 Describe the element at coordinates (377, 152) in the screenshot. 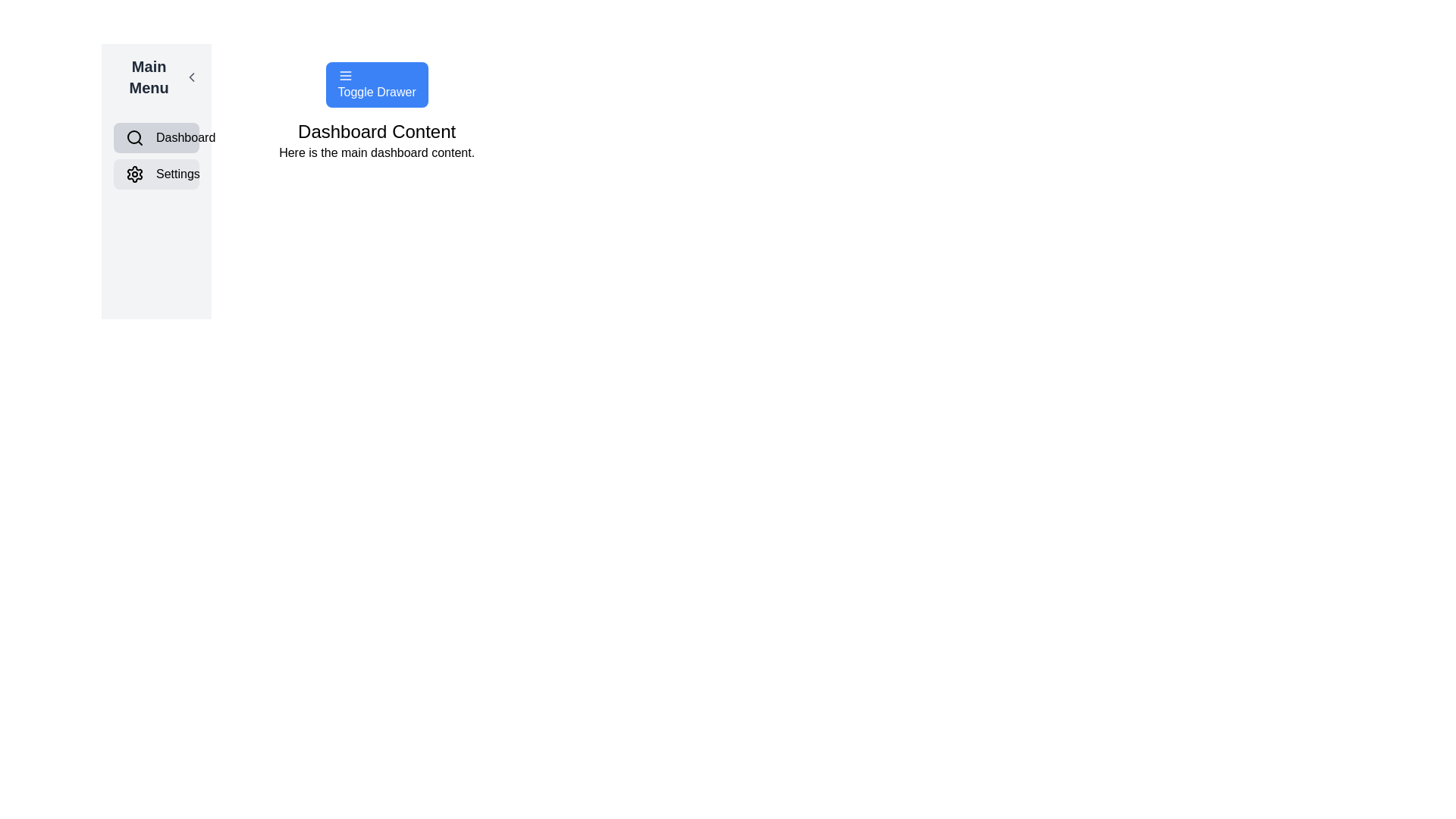

I see `text content of the Text Label that states 'Here is the main dashboard content.' This label is located below the 'Dashboard Content' element` at that location.